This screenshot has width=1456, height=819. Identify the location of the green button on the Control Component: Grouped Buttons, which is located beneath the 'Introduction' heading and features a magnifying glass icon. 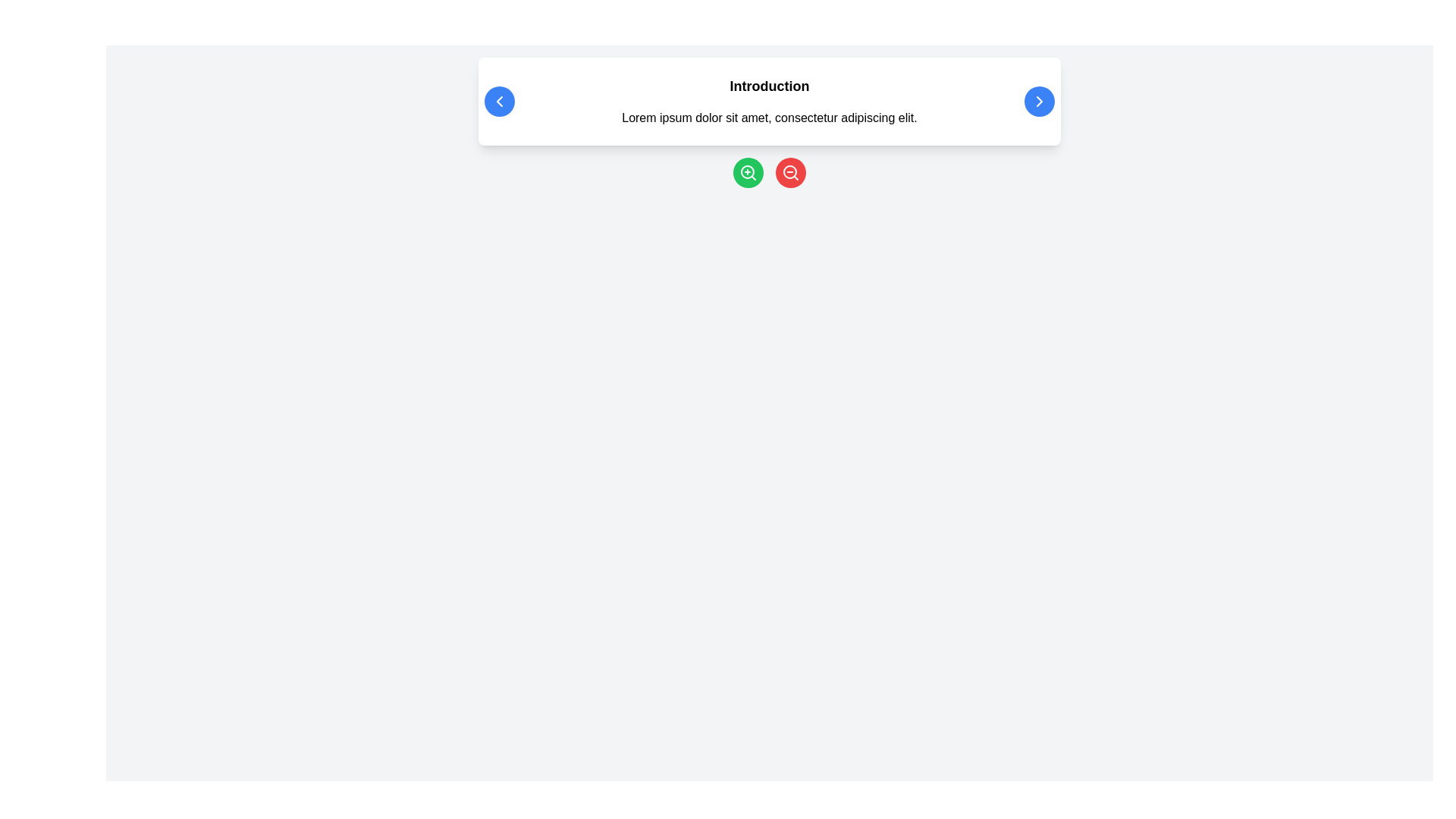
(769, 171).